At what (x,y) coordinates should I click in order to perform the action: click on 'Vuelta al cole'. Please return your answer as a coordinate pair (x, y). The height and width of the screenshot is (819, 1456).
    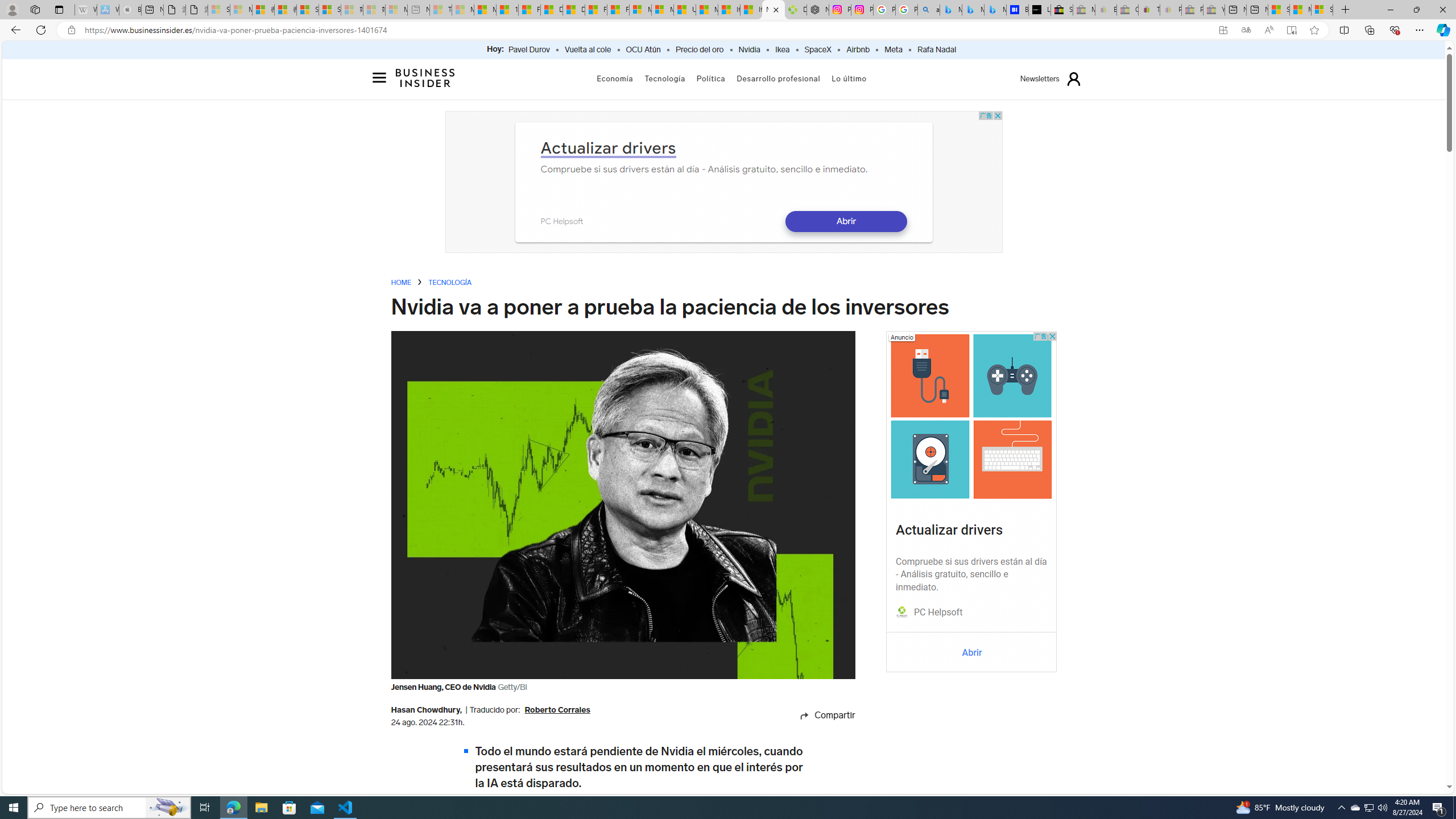
    Looking at the image, I should click on (588, 49).